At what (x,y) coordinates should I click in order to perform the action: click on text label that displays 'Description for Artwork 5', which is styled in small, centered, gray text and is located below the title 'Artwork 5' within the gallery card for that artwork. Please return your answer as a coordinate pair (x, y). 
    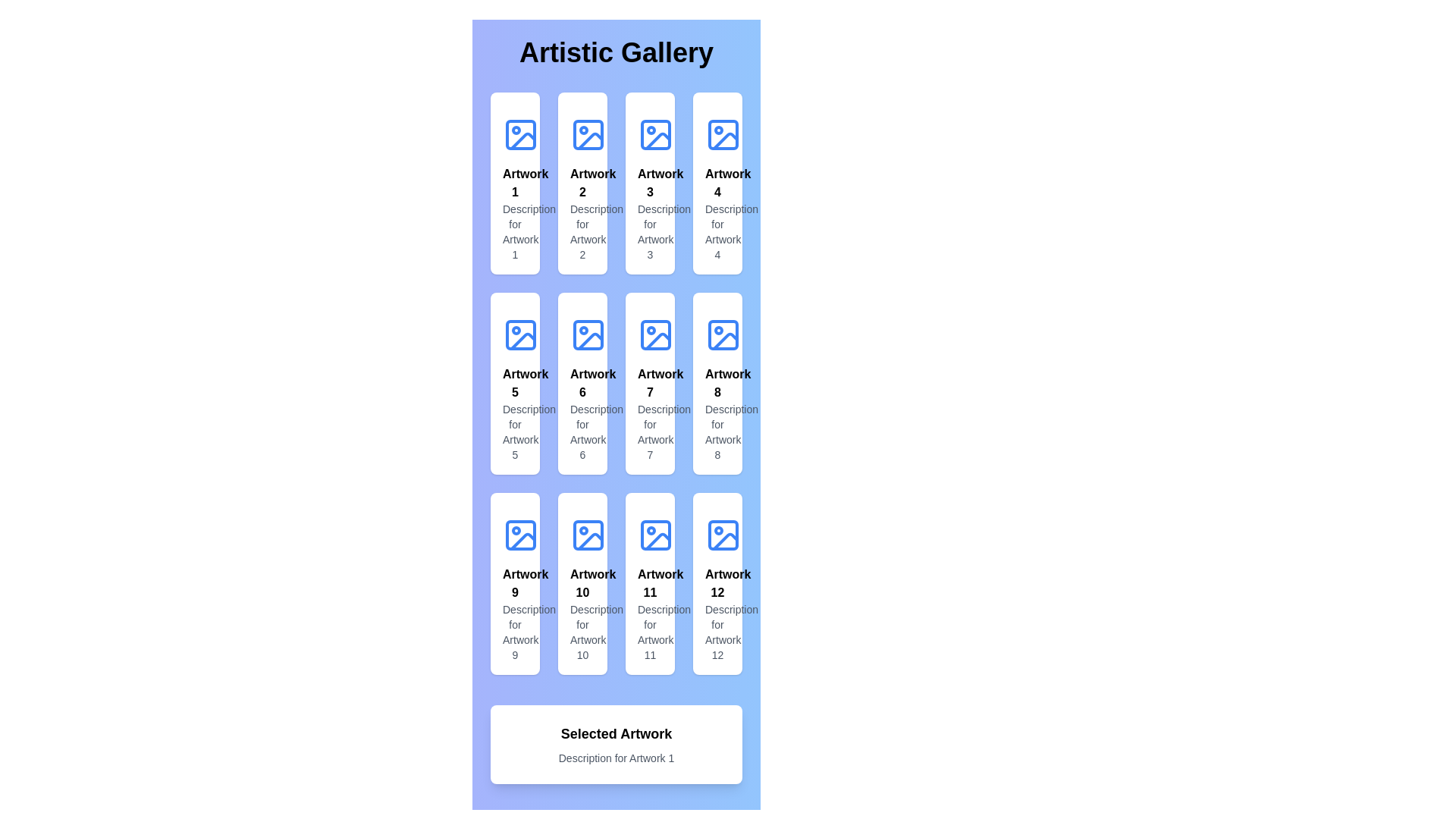
    Looking at the image, I should click on (515, 432).